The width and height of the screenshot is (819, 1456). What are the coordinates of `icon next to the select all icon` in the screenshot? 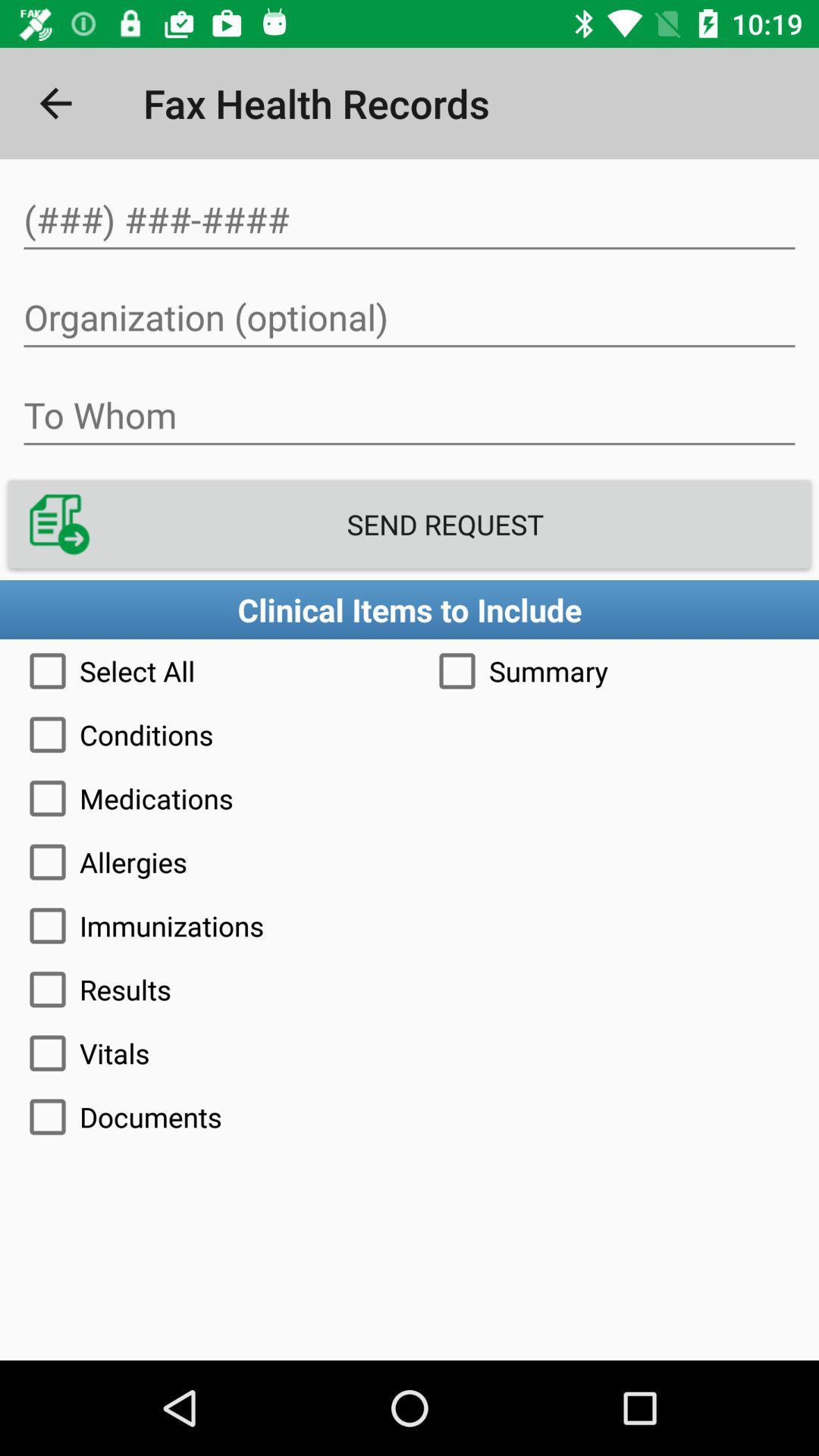 It's located at (614, 670).